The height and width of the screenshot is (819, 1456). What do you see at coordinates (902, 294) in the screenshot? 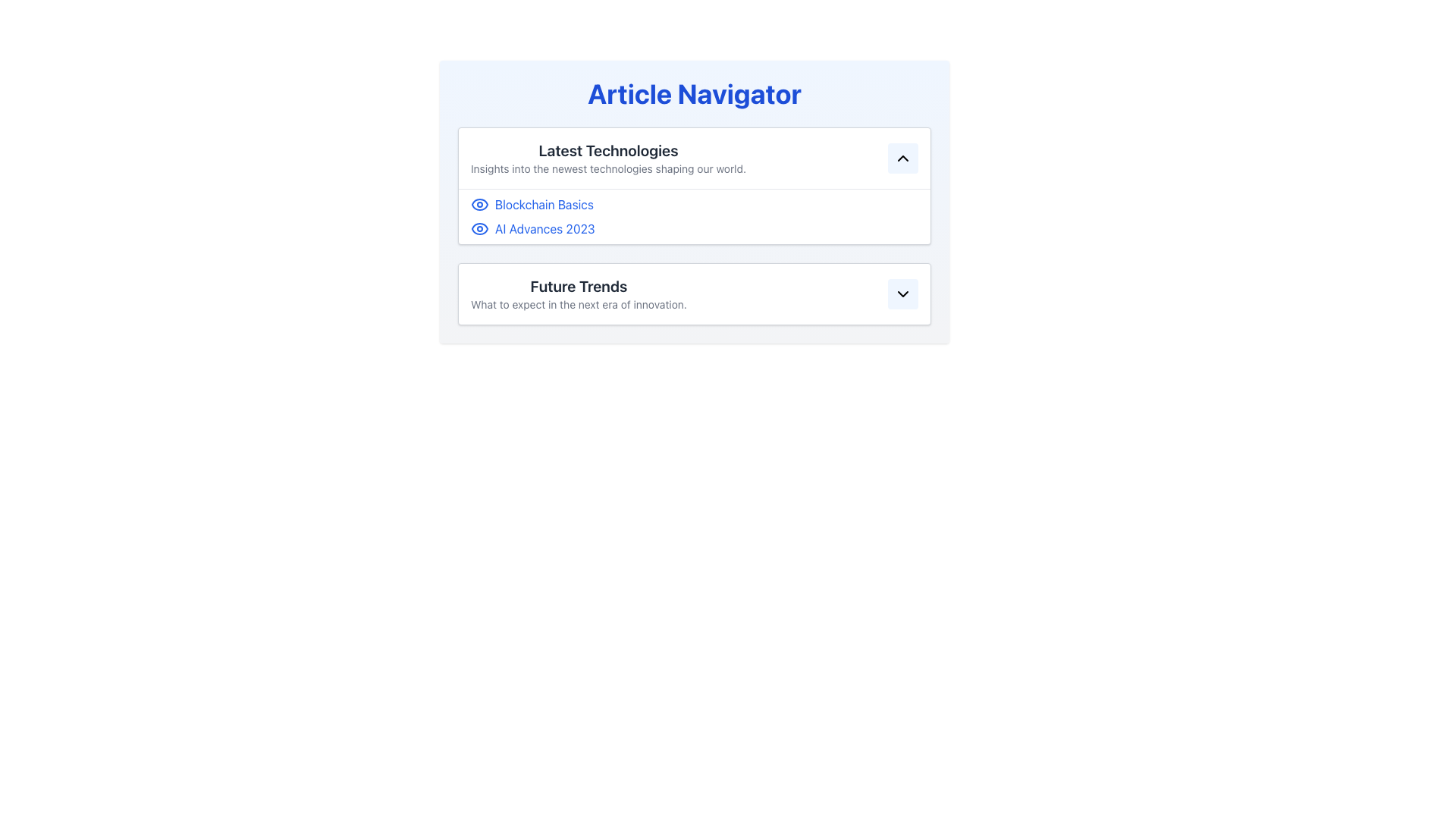
I see `the small, downward-pointing chevron icon button located in the 'Future Trends' section` at bounding box center [902, 294].